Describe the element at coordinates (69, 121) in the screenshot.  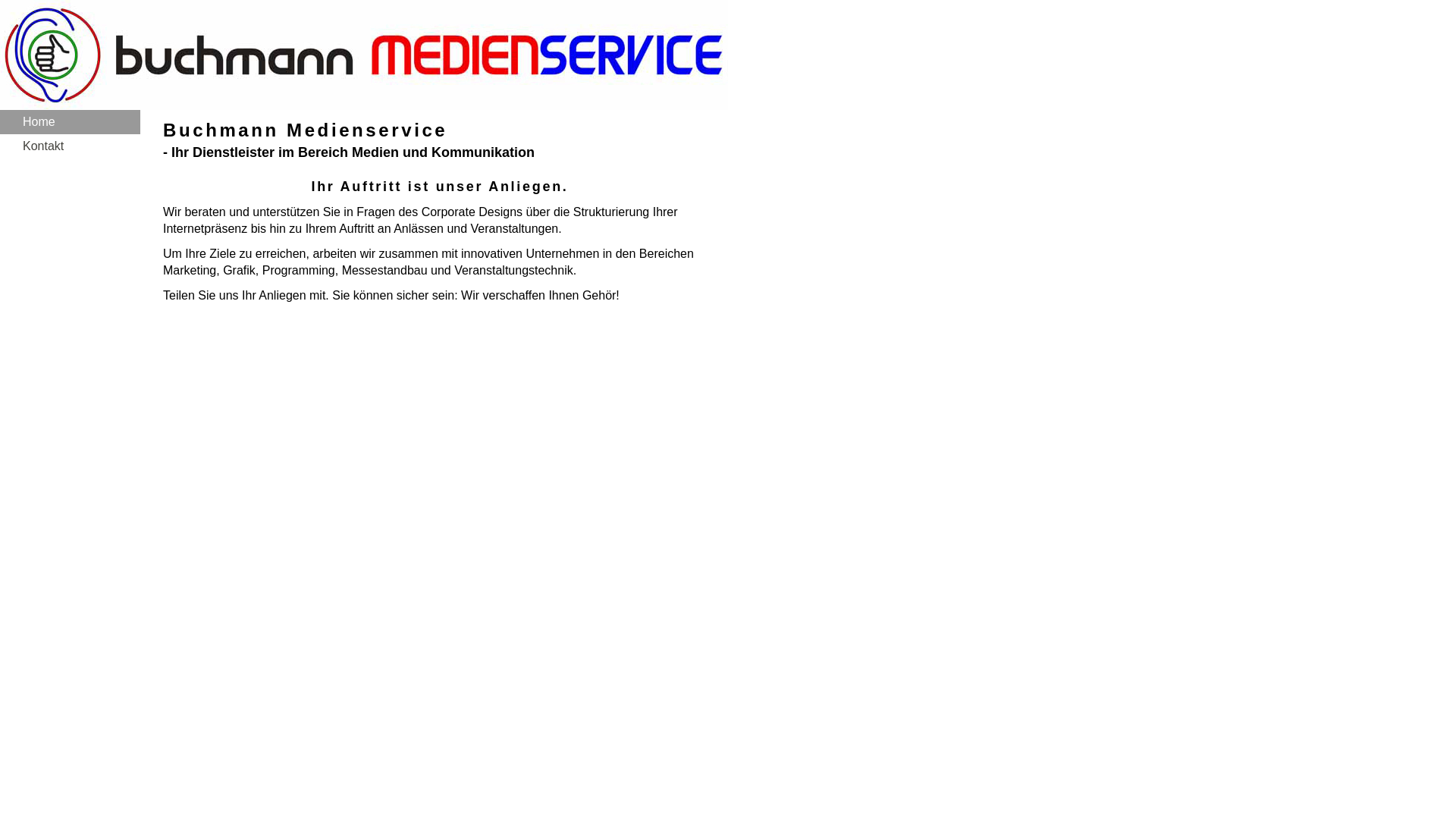
I see `'Home'` at that location.